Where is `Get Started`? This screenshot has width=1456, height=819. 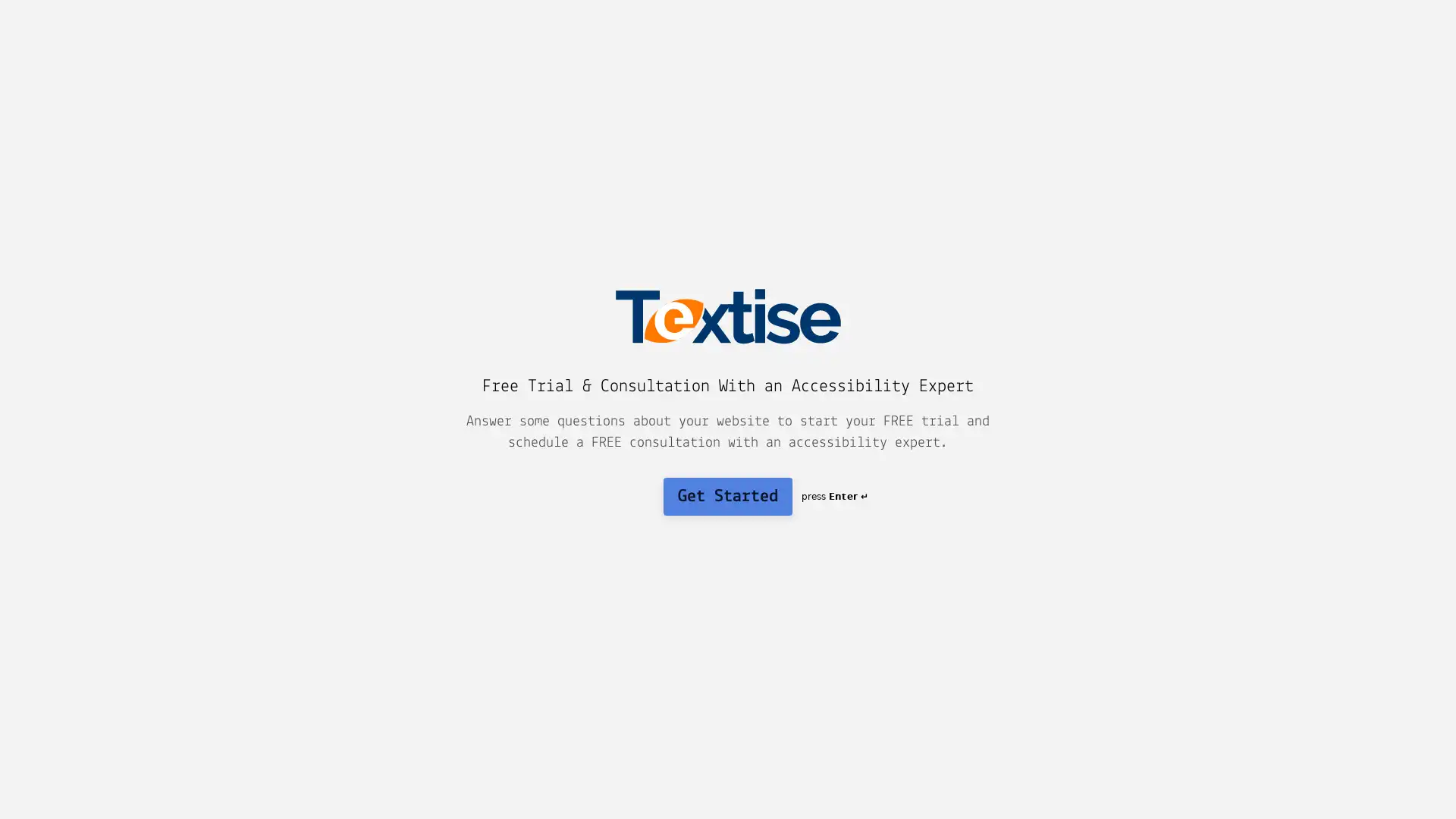 Get Started is located at coordinates (728, 496).